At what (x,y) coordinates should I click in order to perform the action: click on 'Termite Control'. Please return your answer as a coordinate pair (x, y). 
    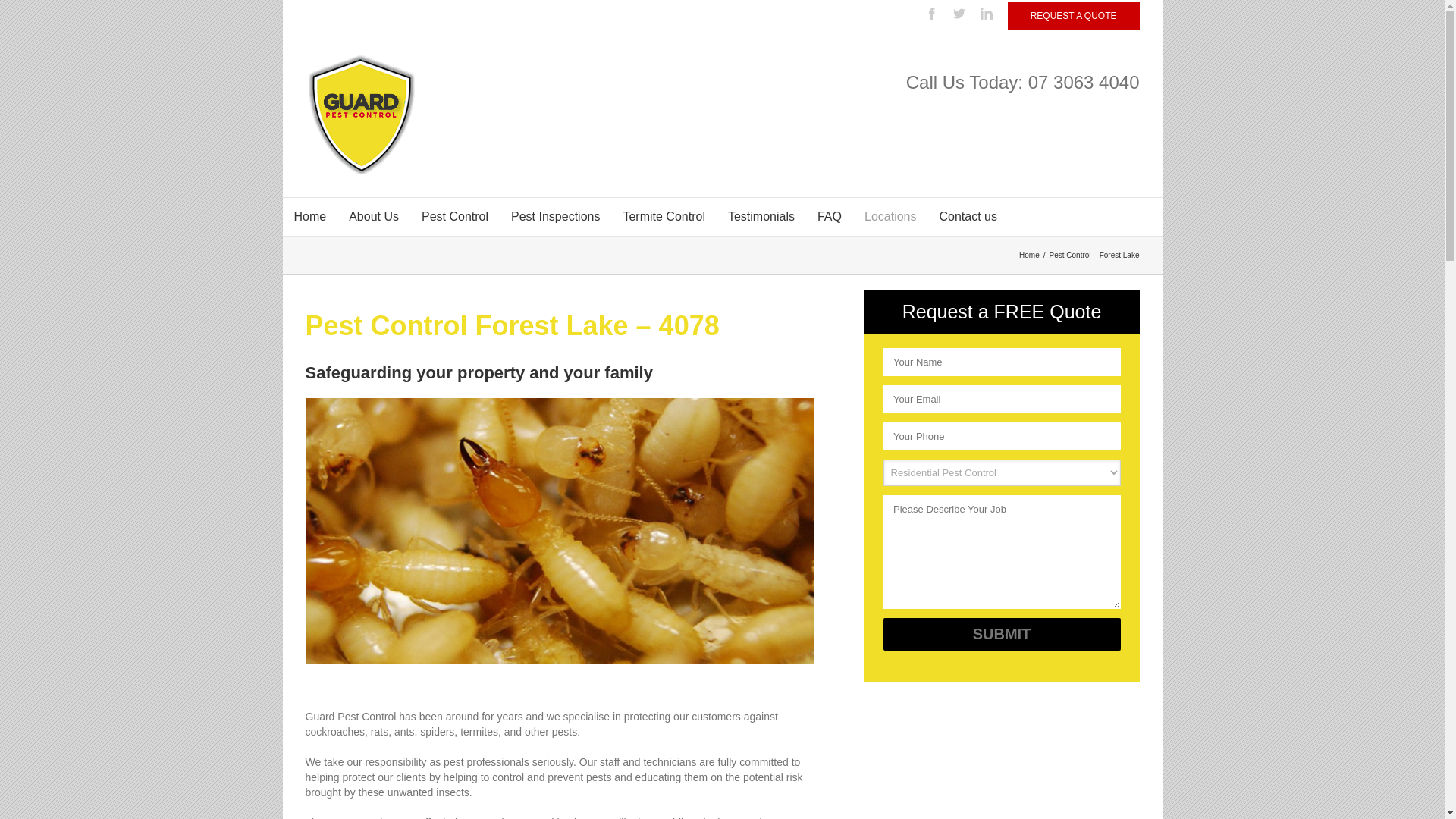
    Looking at the image, I should click on (663, 216).